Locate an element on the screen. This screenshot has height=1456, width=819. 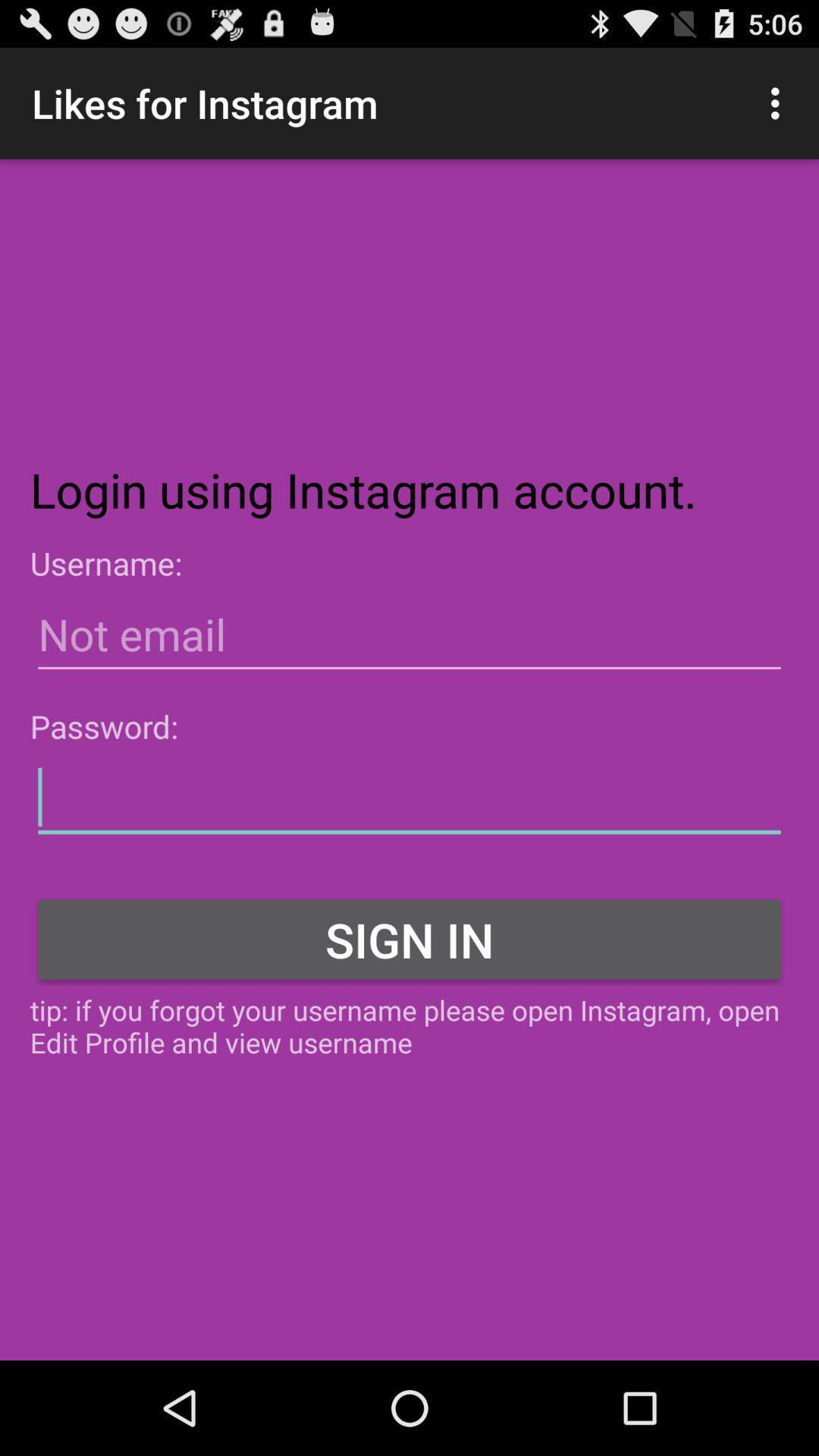
item next to likes for instagram item is located at coordinates (779, 102).